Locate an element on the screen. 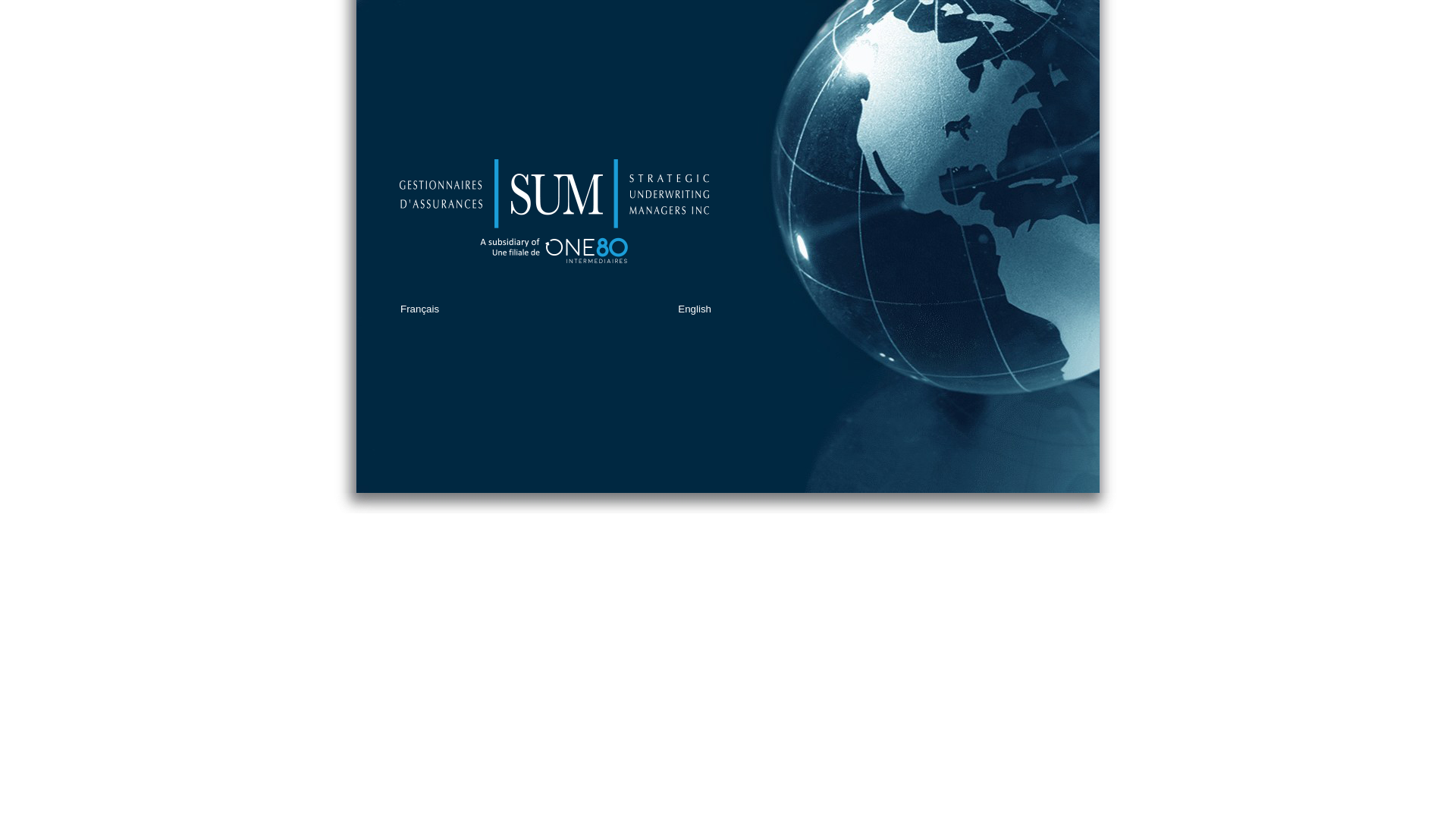 This screenshot has width=1456, height=819. 'English' is located at coordinates (694, 308).